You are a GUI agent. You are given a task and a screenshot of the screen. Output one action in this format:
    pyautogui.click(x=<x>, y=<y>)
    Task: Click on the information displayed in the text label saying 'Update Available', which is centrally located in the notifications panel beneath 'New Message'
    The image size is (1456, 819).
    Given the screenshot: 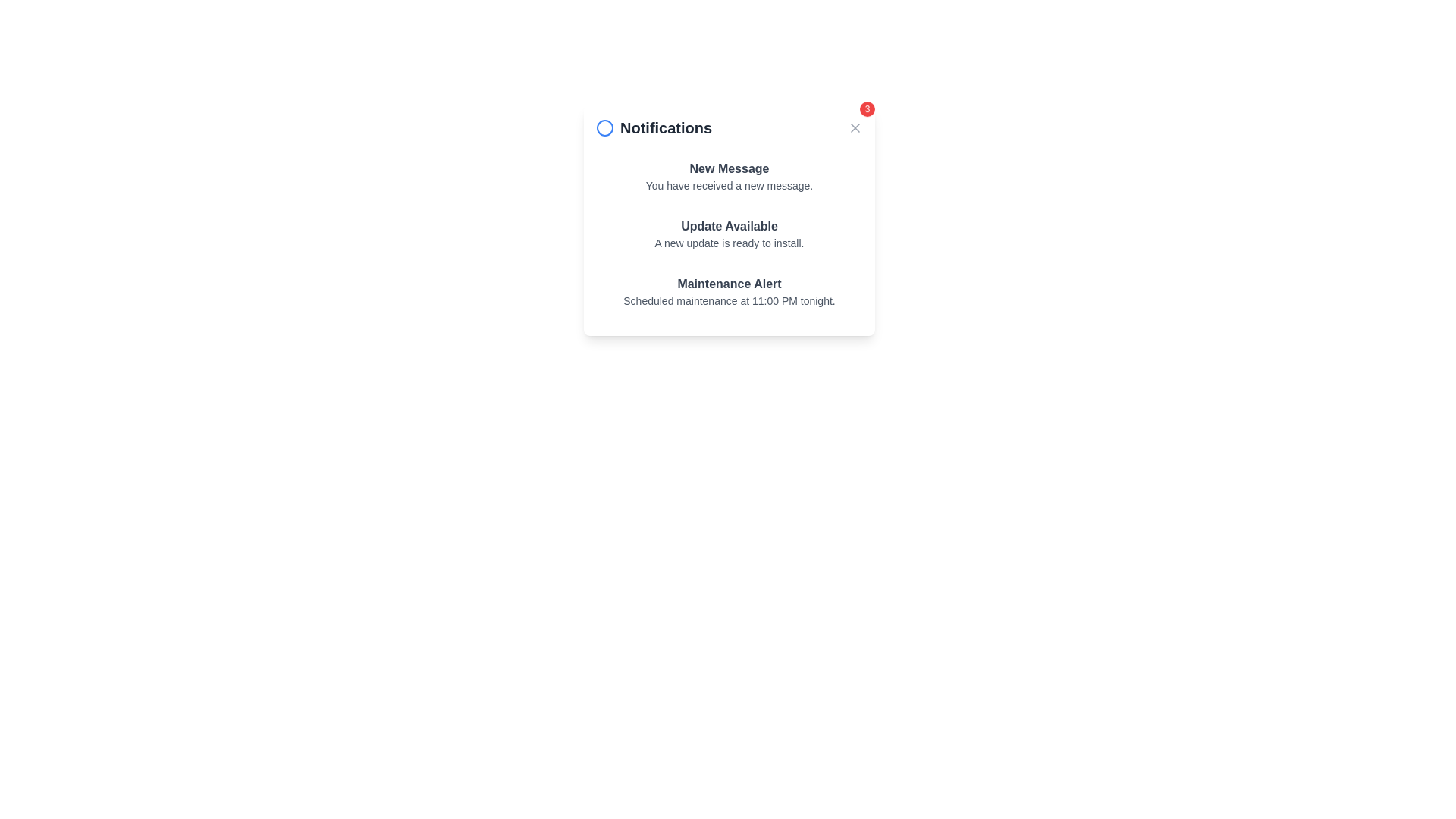 What is the action you would take?
    pyautogui.click(x=729, y=225)
    